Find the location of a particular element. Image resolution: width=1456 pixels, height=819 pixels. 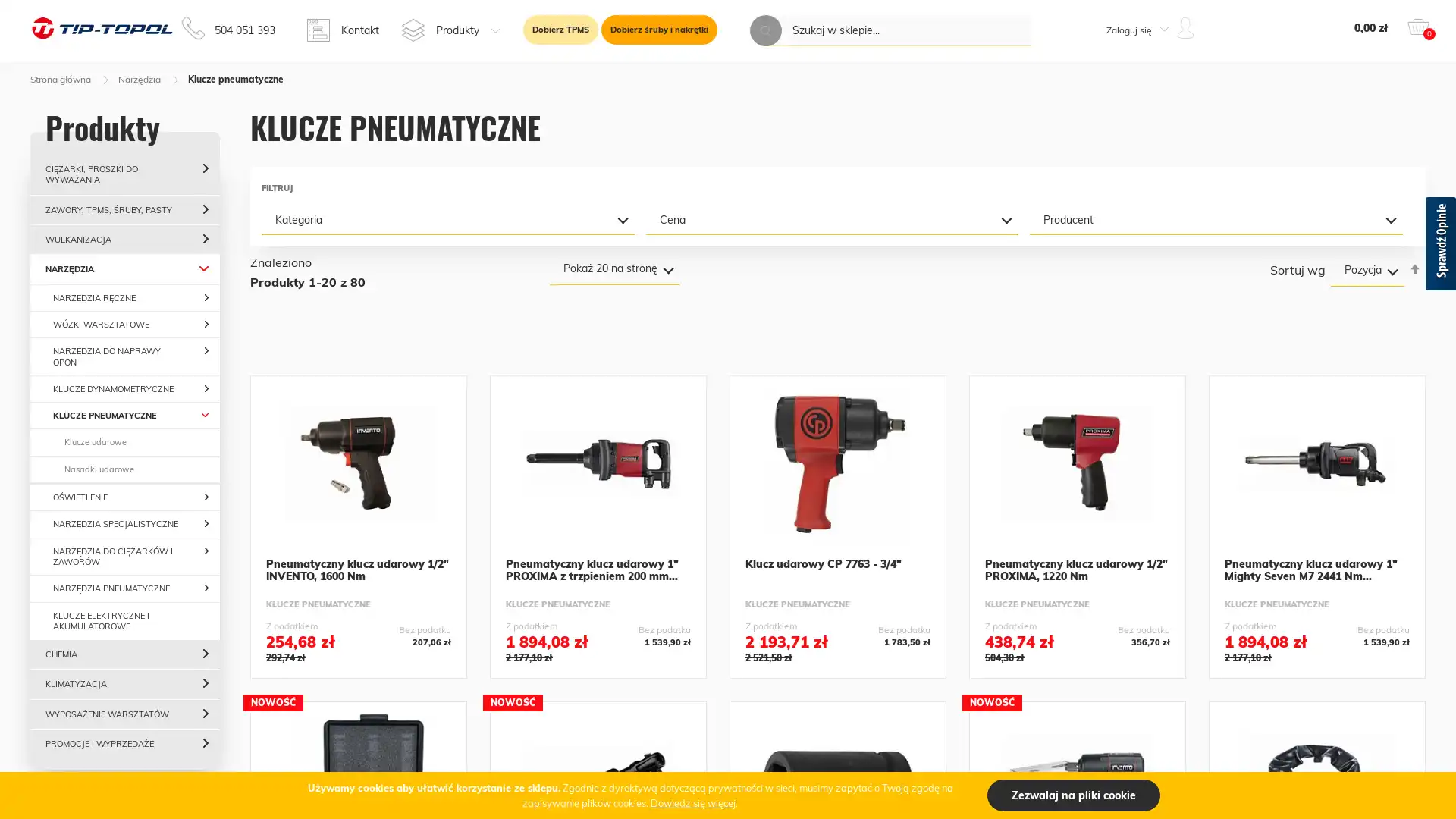

Dodaj do koszyka is located at coordinates (1076, 657).